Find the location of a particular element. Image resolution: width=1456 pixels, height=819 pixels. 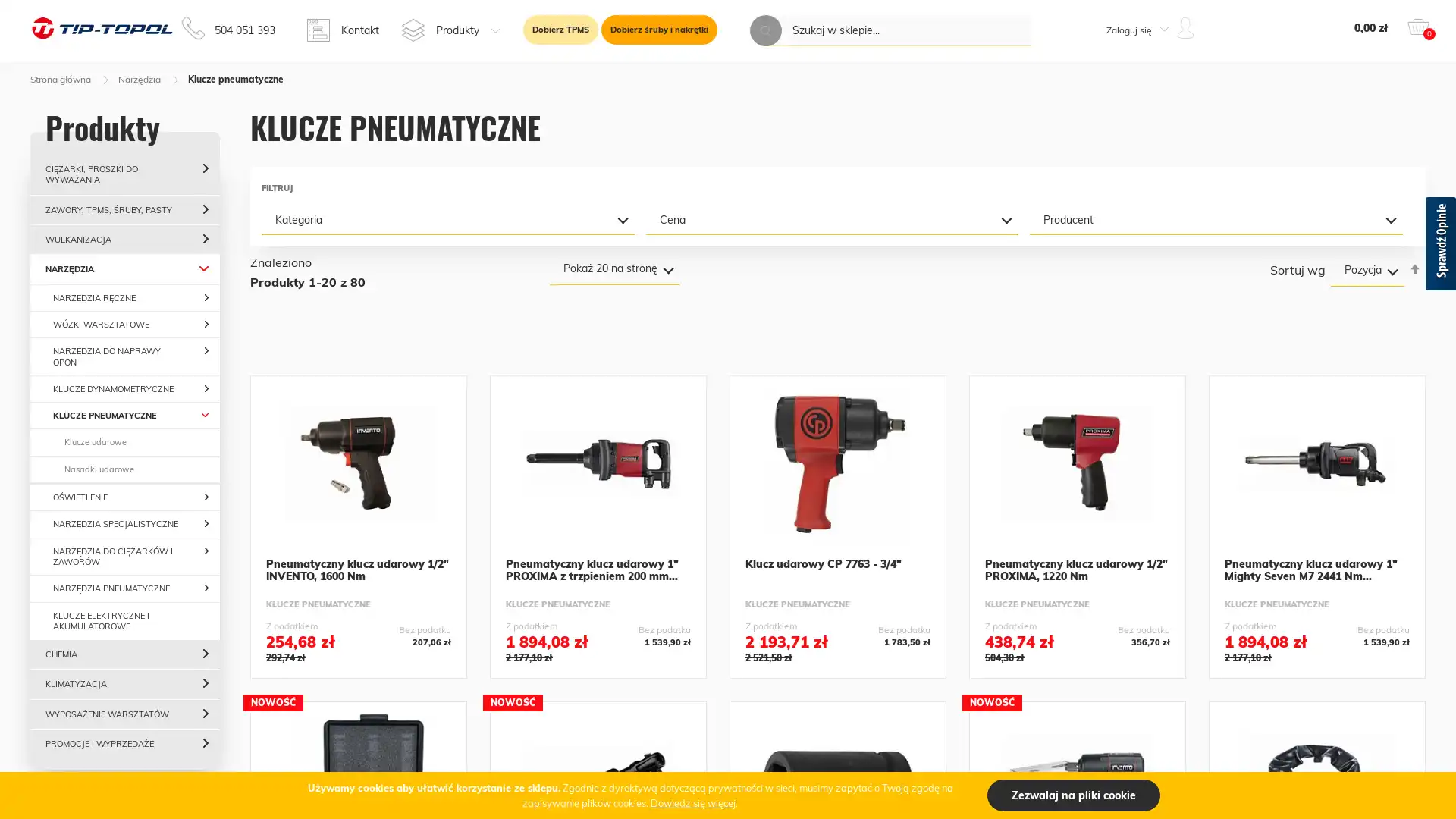

Dodaj do koszyka is located at coordinates (1076, 657).